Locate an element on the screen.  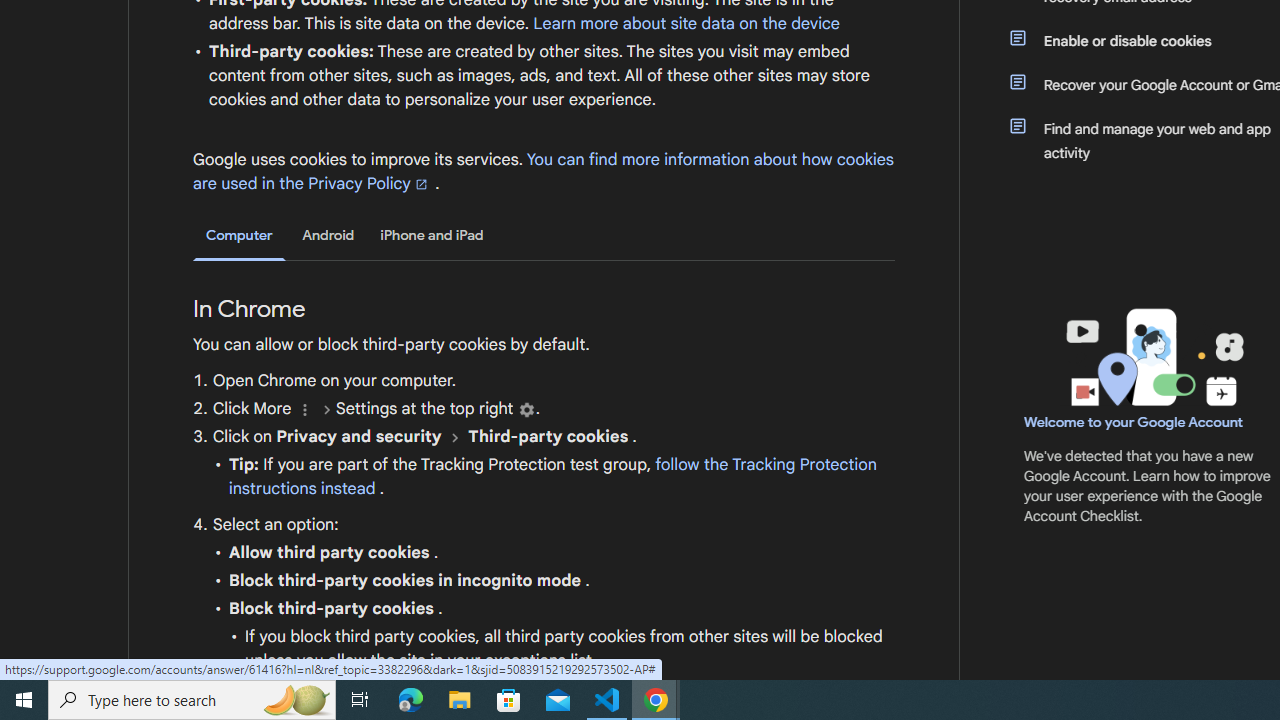
'More' is located at coordinates (303, 408).